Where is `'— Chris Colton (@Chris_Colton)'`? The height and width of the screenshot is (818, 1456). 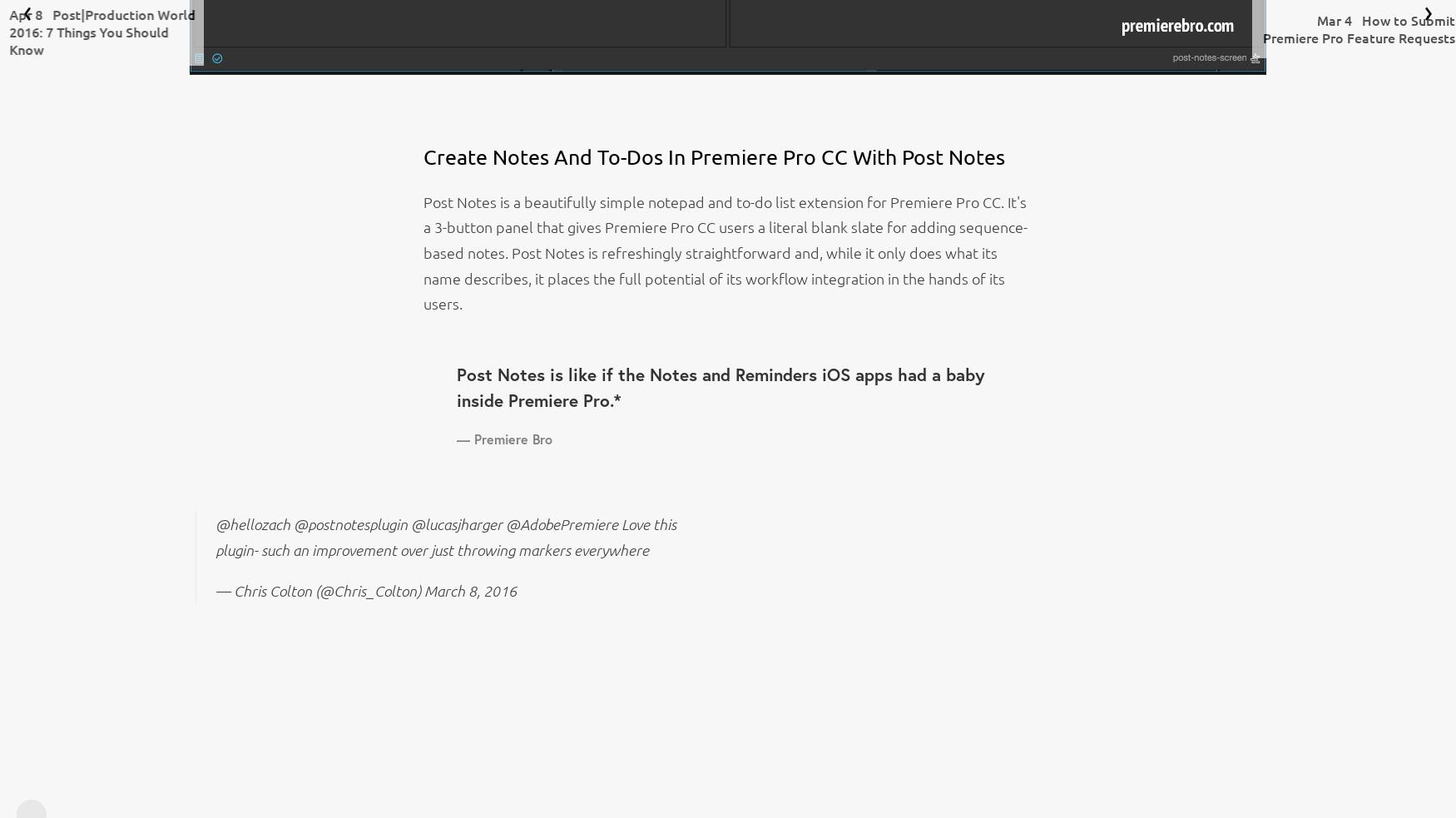
'— Chris Colton (@Chris_Colton)' is located at coordinates (319, 589).